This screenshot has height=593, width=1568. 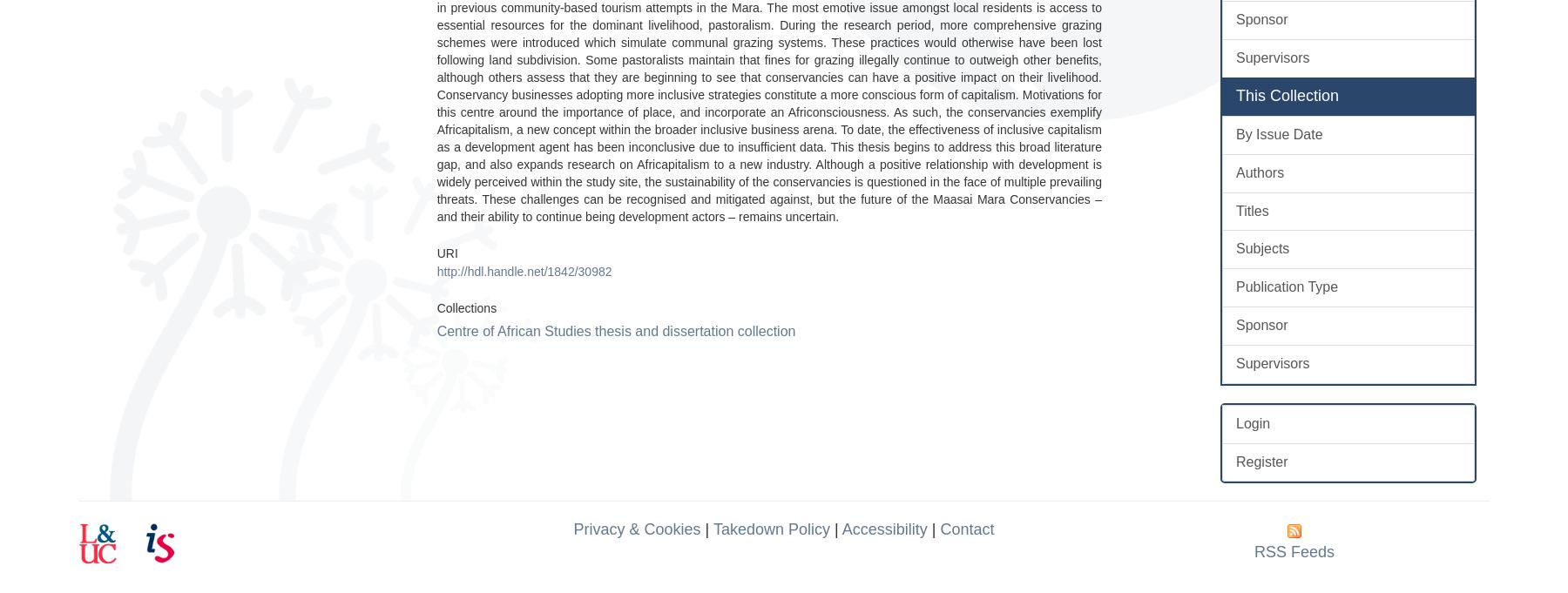 What do you see at coordinates (524, 270) in the screenshot?
I see `'http://hdl.handle.net/1842/30982'` at bounding box center [524, 270].